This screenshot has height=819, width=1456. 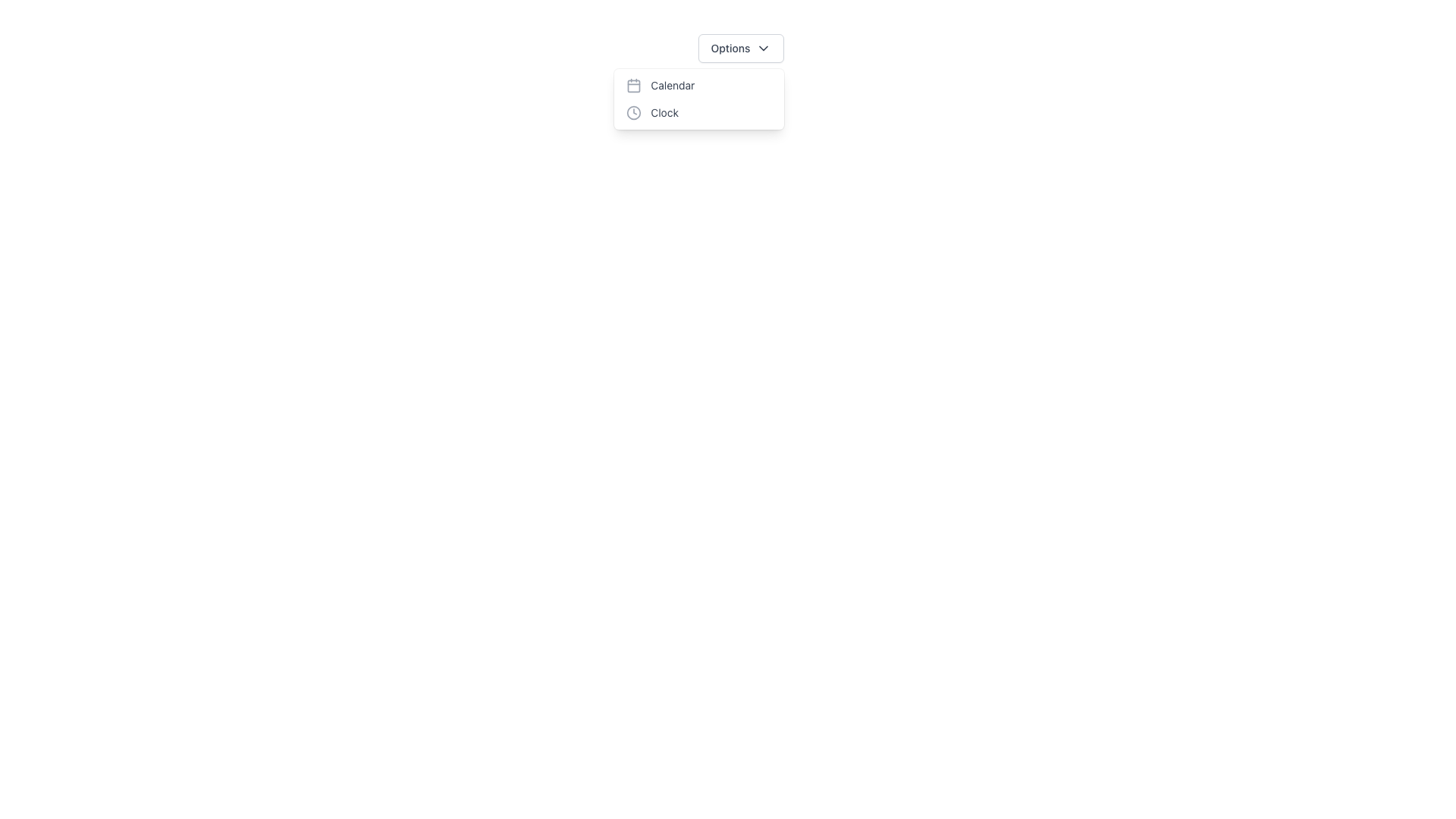 What do you see at coordinates (634, 85) in the screenshot?
I see `the calendar icon, which is a square icon with rounded corners and a minimalistic design, located to the left of the 'Calendar' text` at bounding box center [634, 85].